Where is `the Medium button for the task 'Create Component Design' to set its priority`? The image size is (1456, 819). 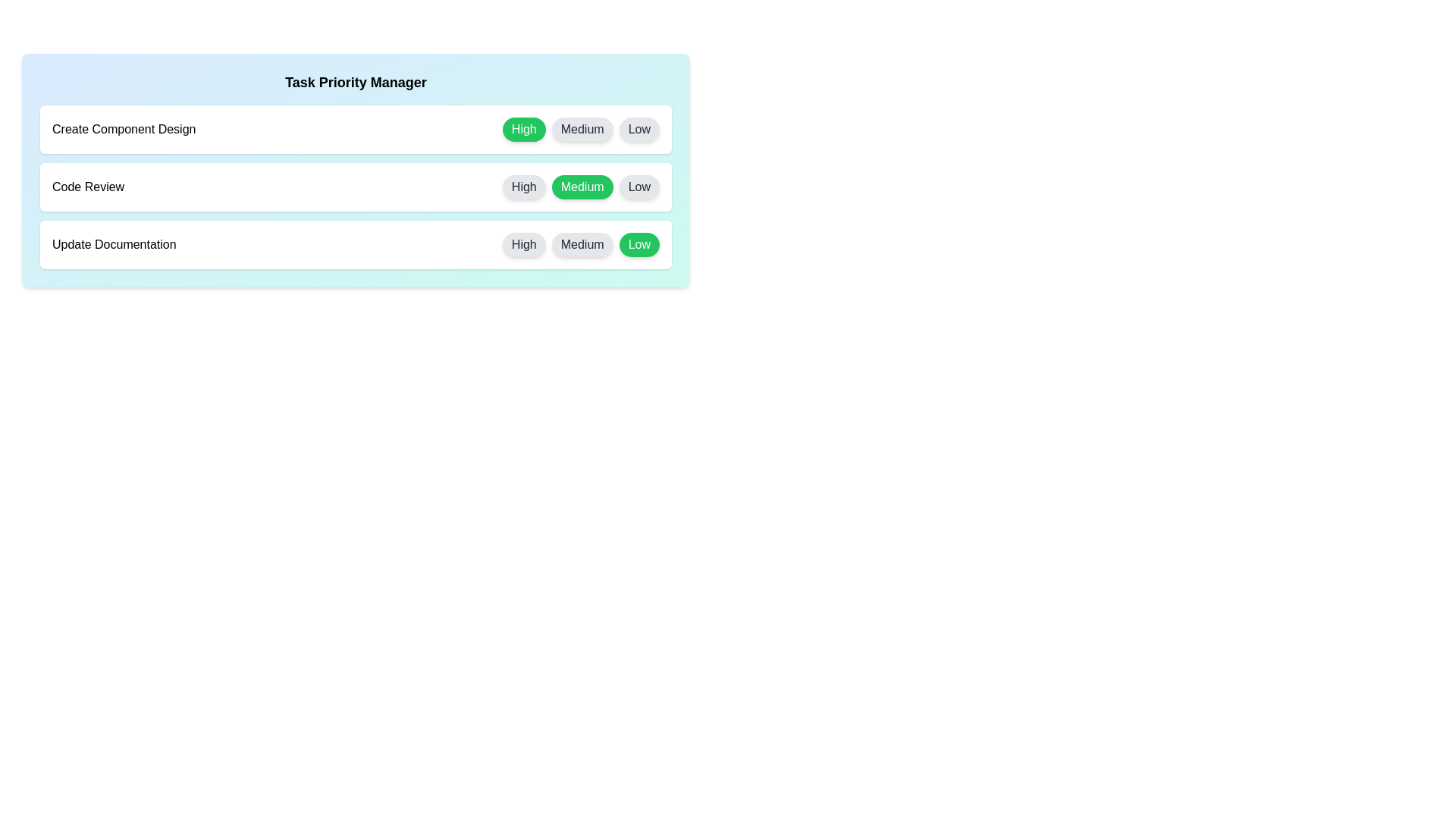 the Medium button for the task 'Create Component Design' to set its priority is located at coordinates (582, 128).